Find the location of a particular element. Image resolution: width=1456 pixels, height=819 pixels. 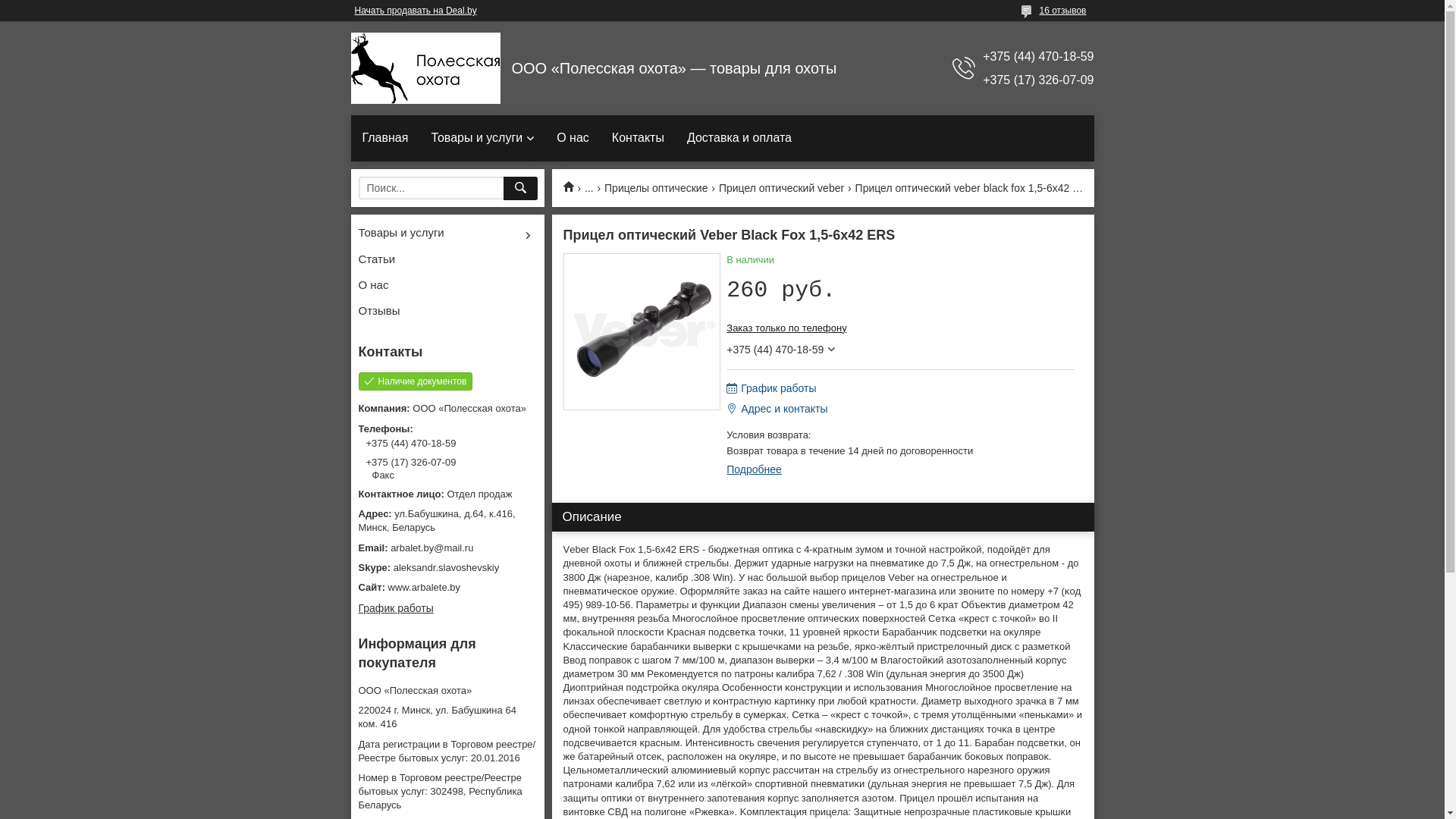

'arbalet.by@mail.ru' is located at coordinates (446, 548).